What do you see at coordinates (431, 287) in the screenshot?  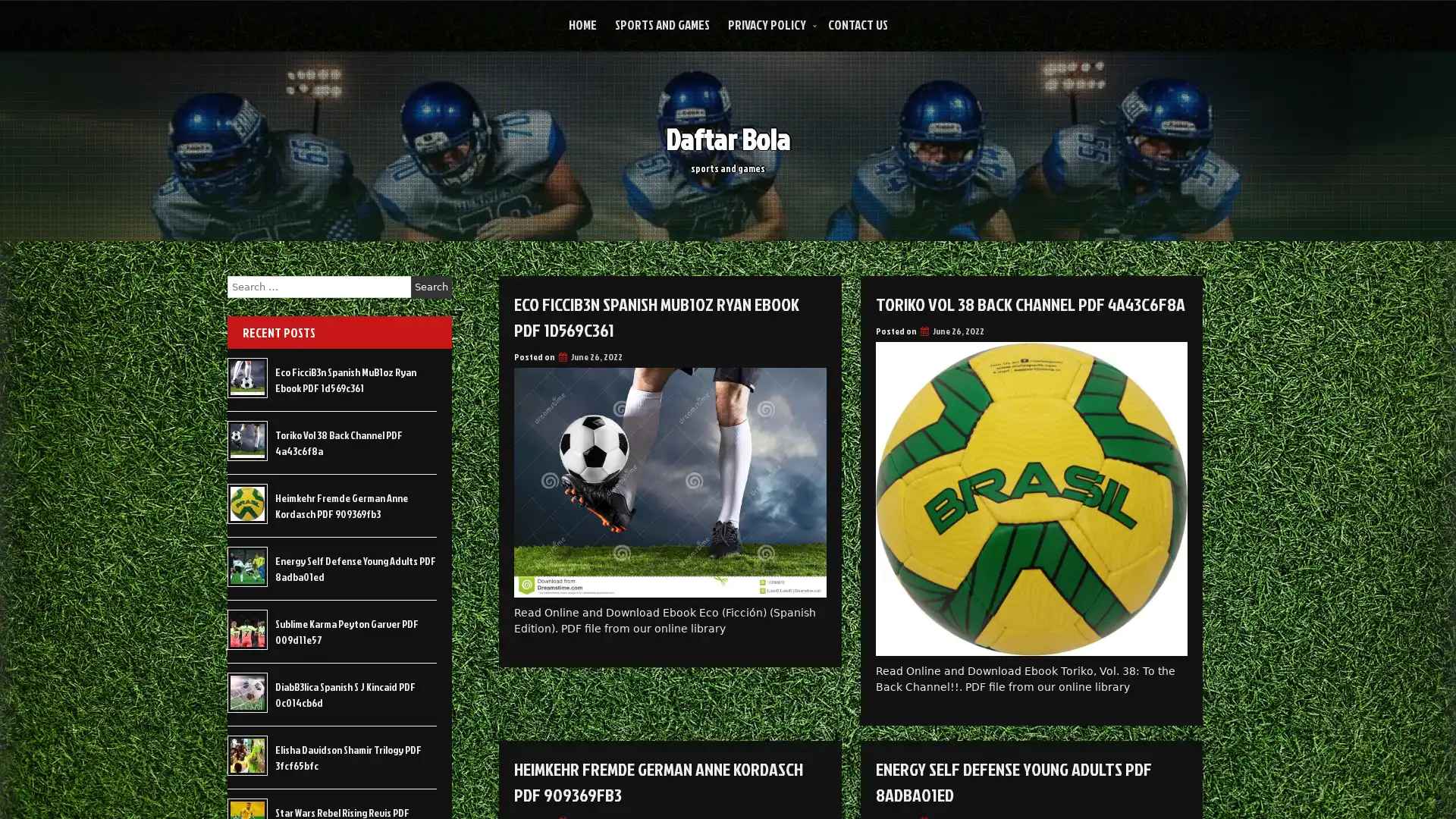 I see `Search` at bounding box center [431, 287].